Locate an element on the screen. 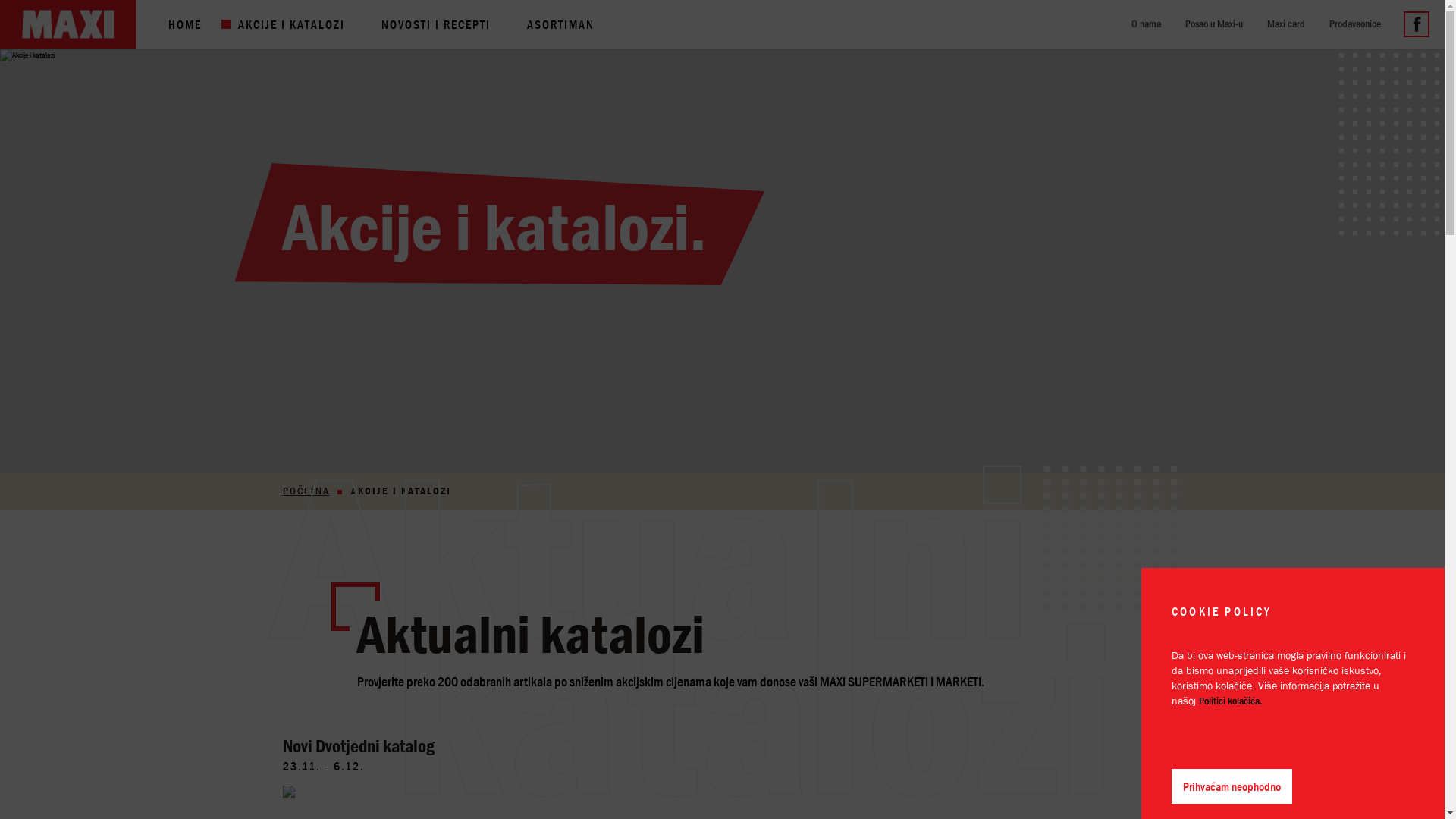 The height and width of the screenshot is (819, 1456). 'Posao u Maxi-u' is located at coordinates (1174, 23).